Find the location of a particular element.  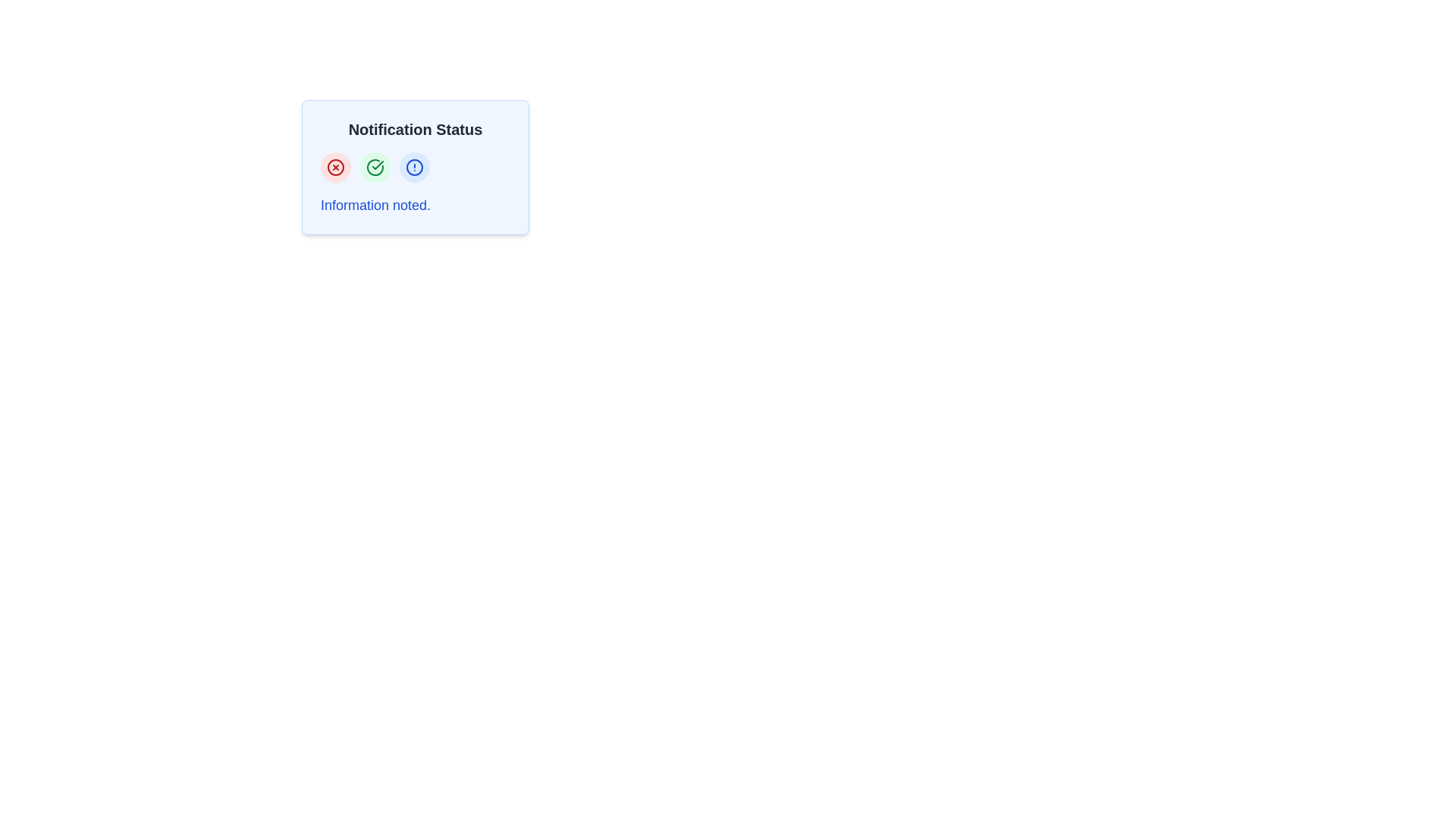

the middle circular button for approval or confirmation, which is located below the 'Notification Status' label and above the 'Information noted' text is located at coordinates (375, 167).